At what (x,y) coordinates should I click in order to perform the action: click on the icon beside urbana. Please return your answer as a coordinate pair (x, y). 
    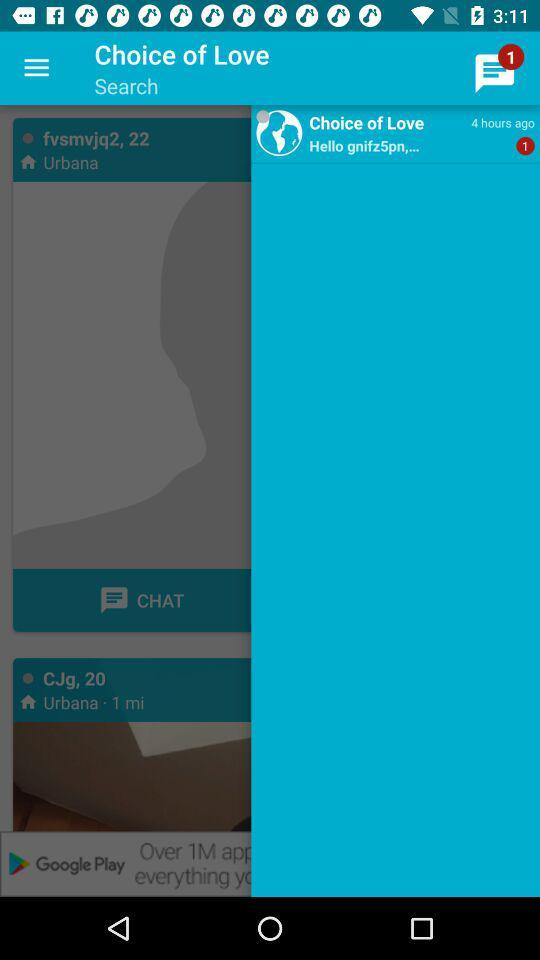
    Looking at the image, I should click on (27, 160).